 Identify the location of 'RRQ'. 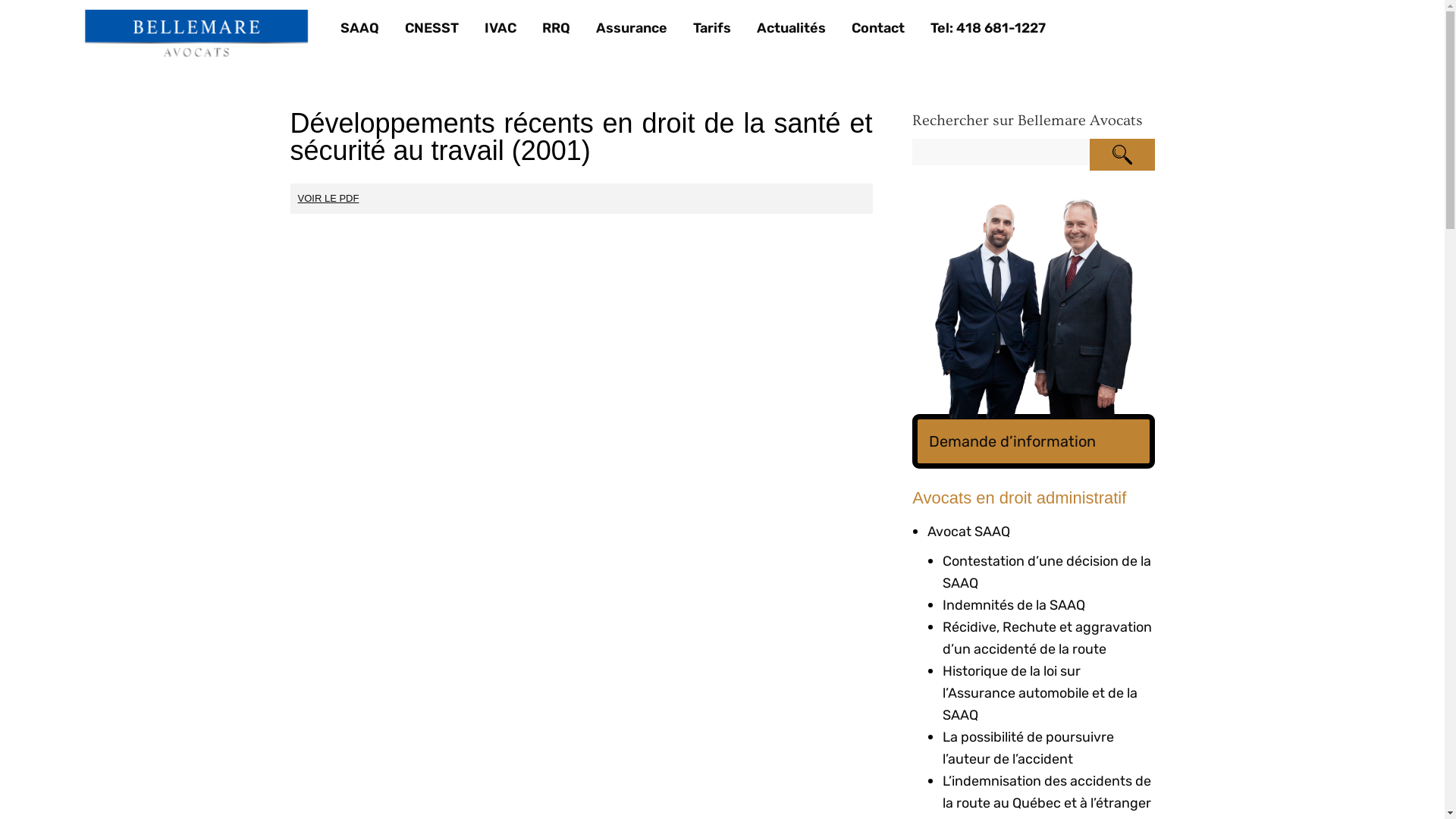
(555, 28).